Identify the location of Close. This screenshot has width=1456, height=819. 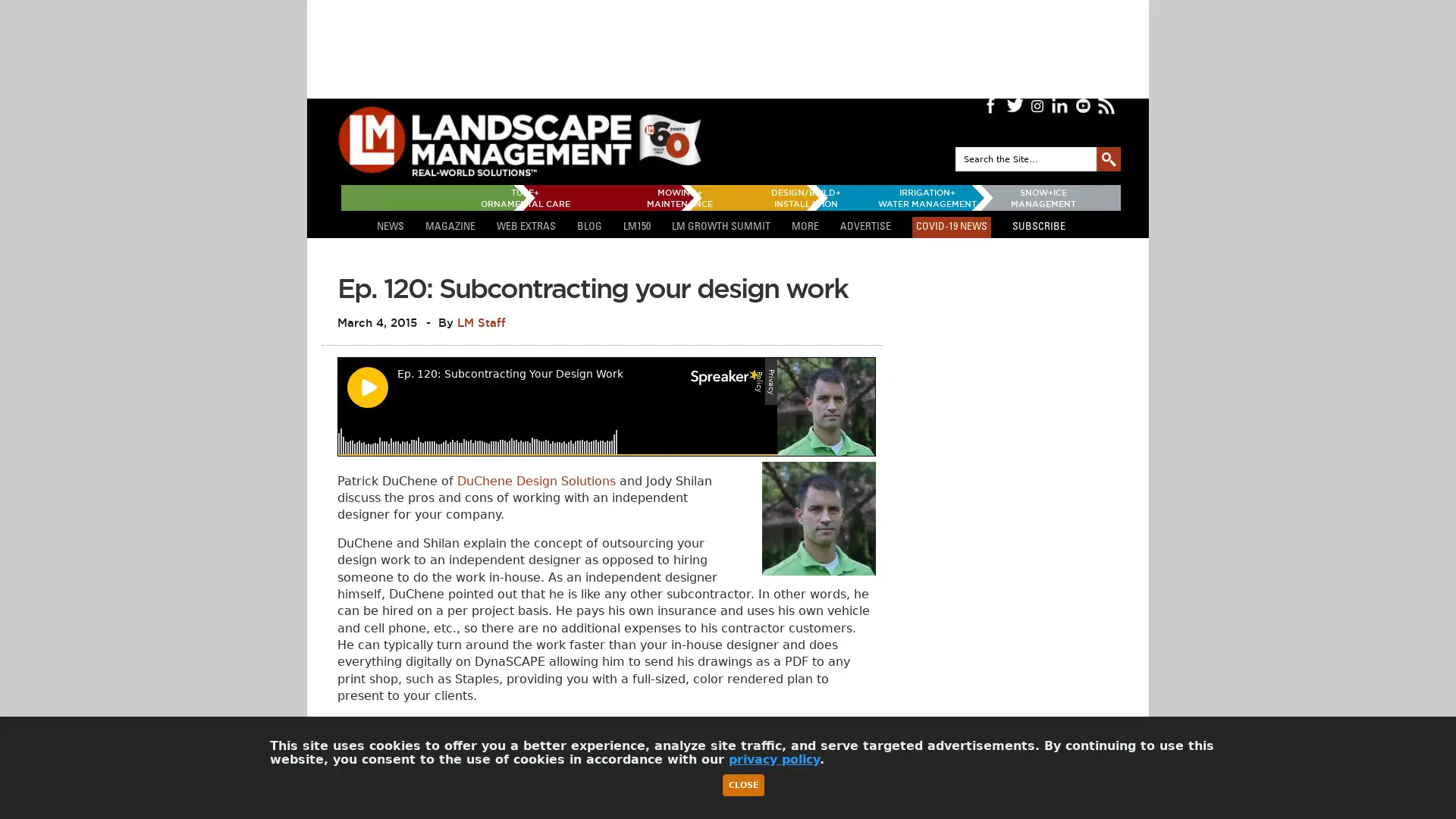
(742, 785).